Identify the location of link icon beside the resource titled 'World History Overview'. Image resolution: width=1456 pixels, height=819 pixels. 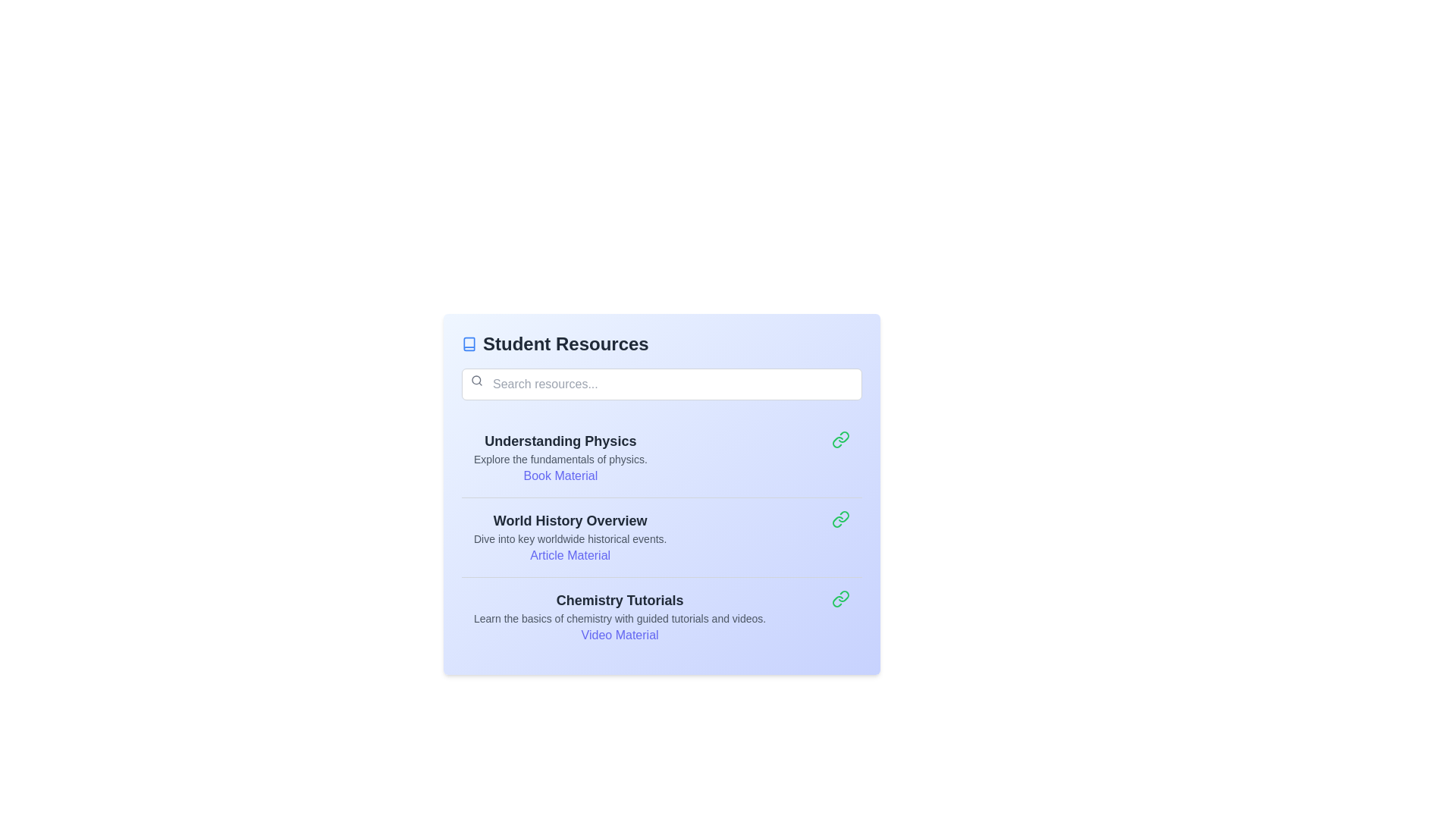
(839, 519).